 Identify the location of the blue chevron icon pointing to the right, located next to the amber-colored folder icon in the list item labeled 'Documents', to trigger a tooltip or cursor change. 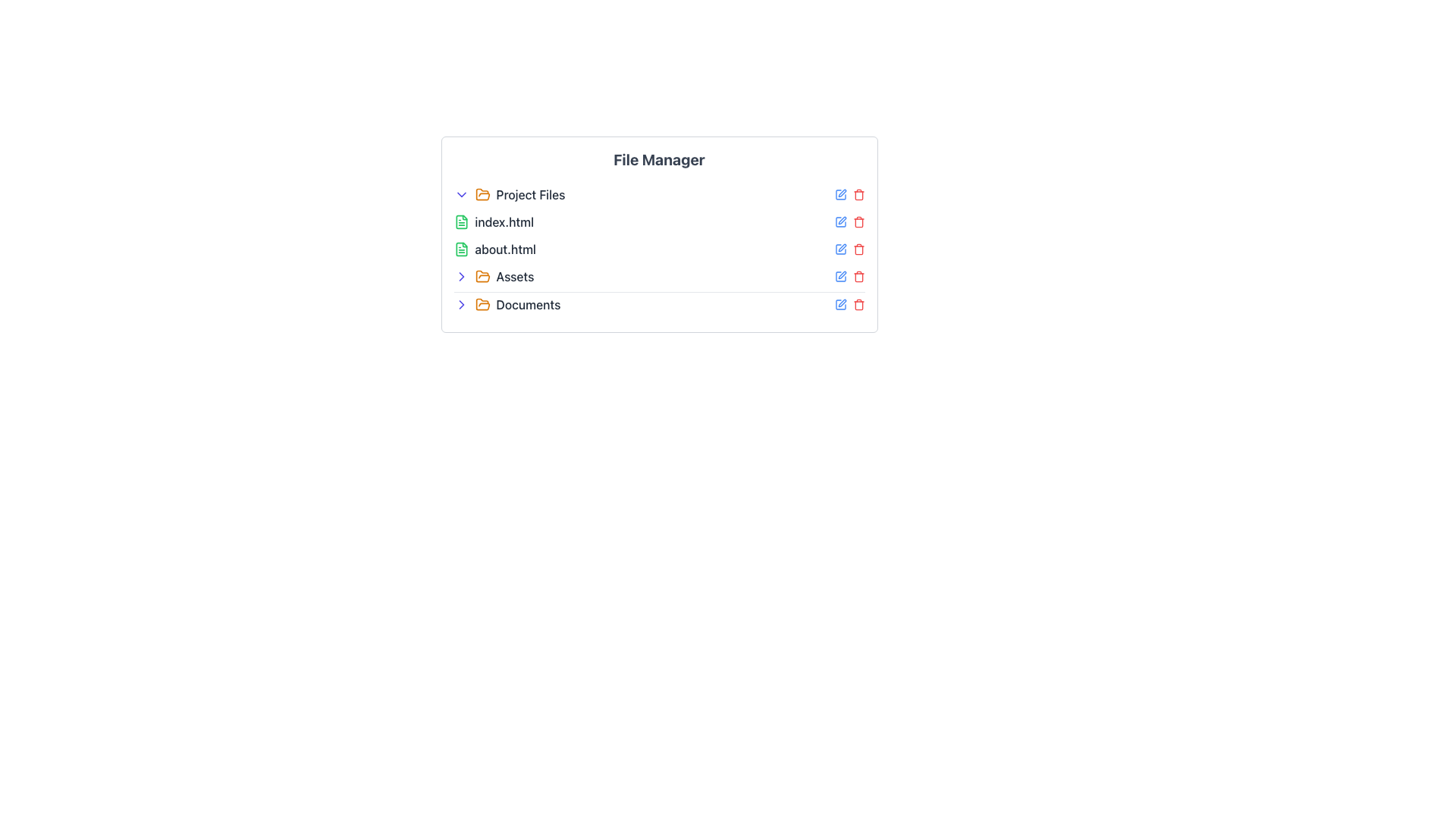
(460, 304).